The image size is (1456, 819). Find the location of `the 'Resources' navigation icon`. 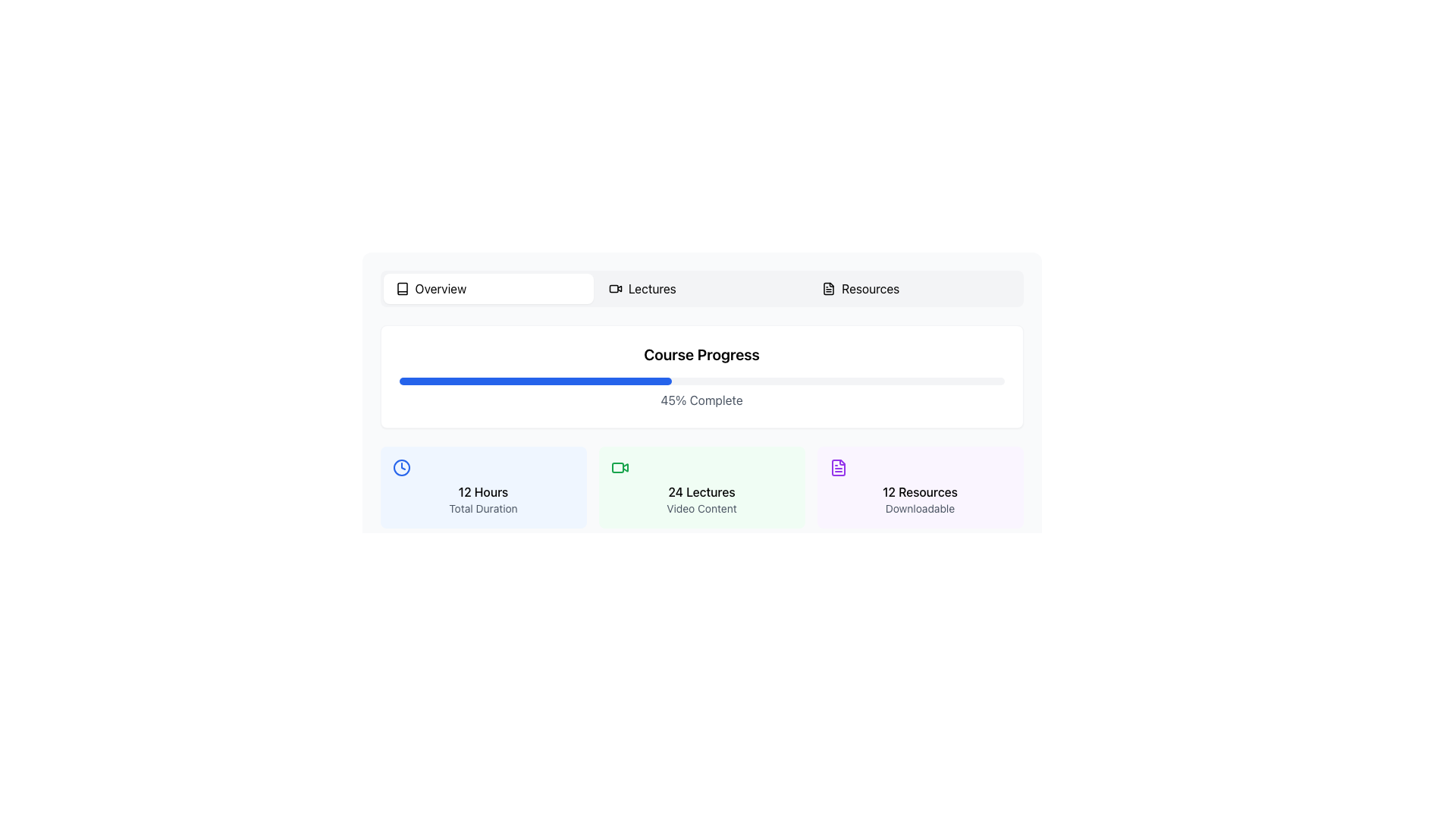

the 'Resources' navigation icon is located at coordinates (828, 289).